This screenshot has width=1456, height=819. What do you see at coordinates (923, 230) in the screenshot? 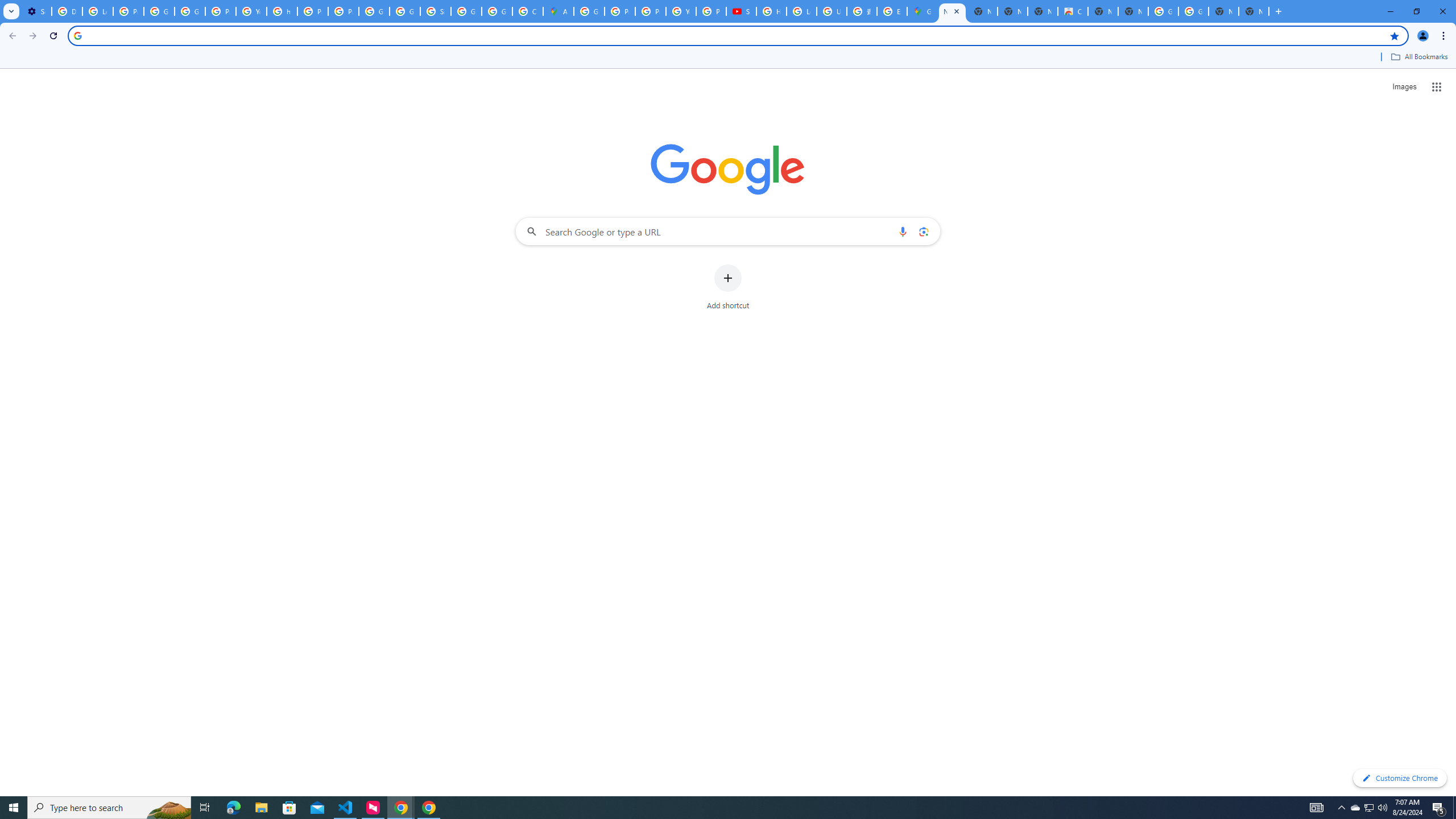
I see `'Search by image'` at bounding box center [923, 230].